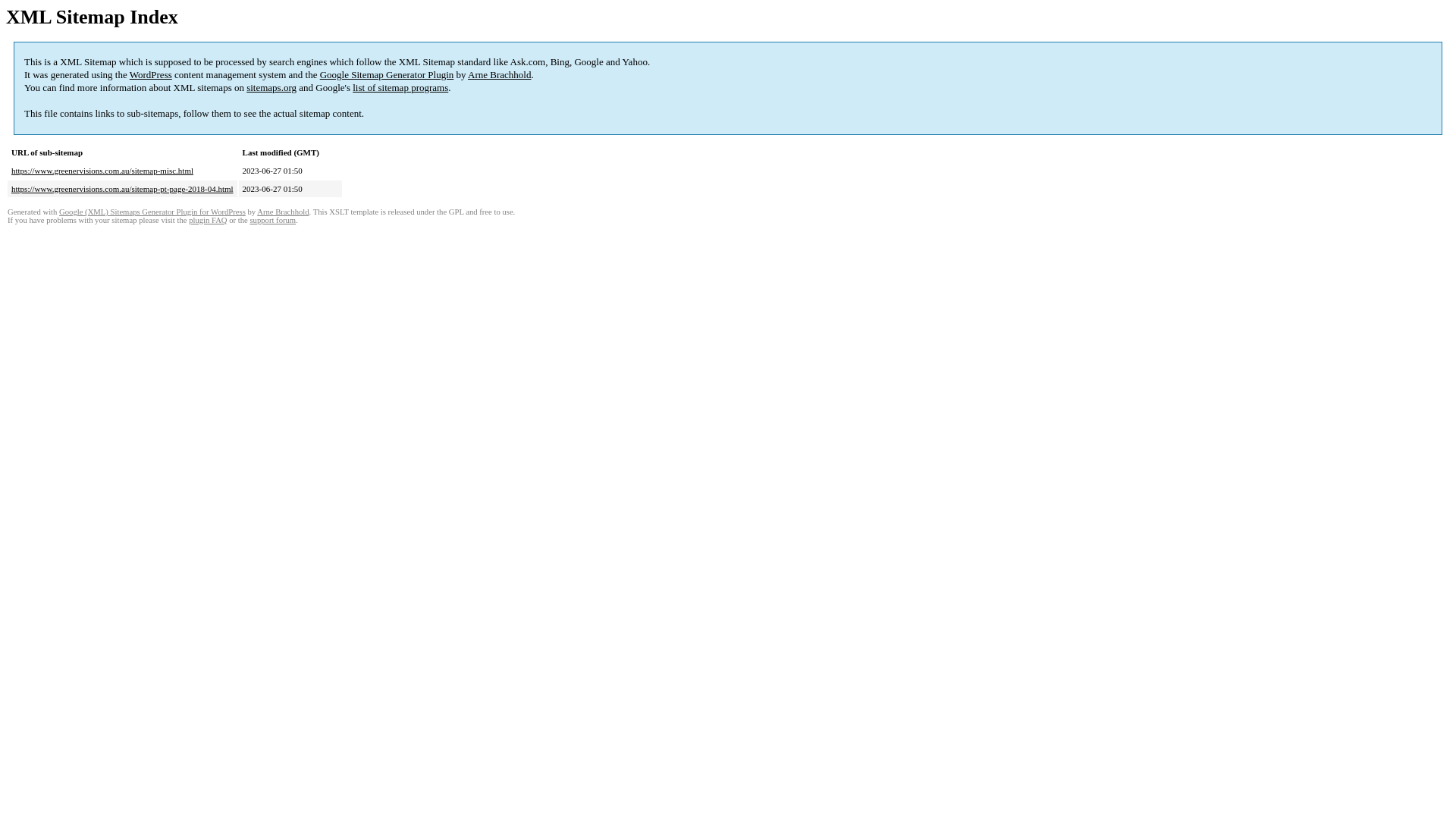 Image resolution: width=1456 pixels, height=819 pixels. What do you see at coordinates (400, 87) in the screenshot?
I see `'list of sitemap programs'` at bounding box center [400, 87].